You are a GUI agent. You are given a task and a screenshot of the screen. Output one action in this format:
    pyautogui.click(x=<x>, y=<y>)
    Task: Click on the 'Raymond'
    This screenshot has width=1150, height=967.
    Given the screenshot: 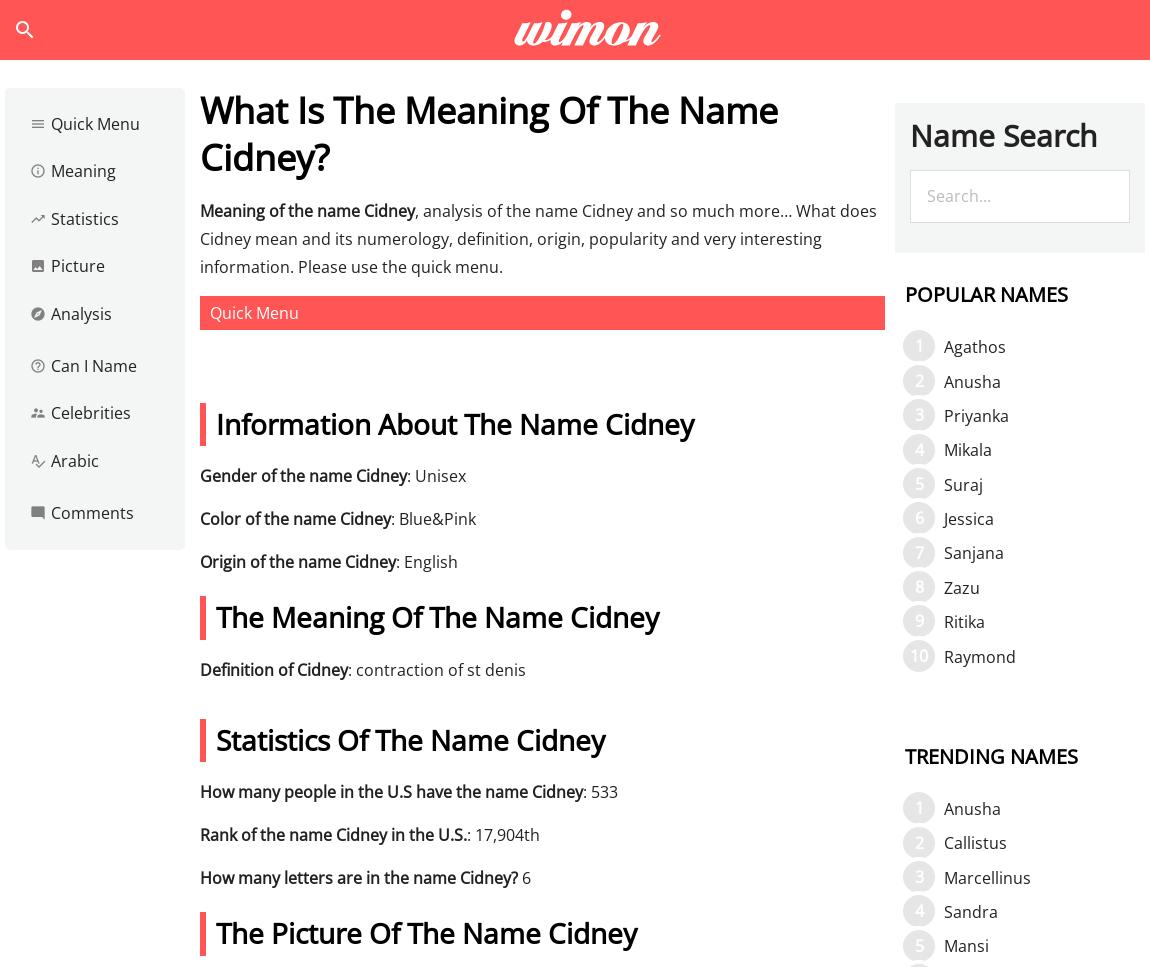 What is the action you would take?
    pyautogui.click(x=980, y=655)
    